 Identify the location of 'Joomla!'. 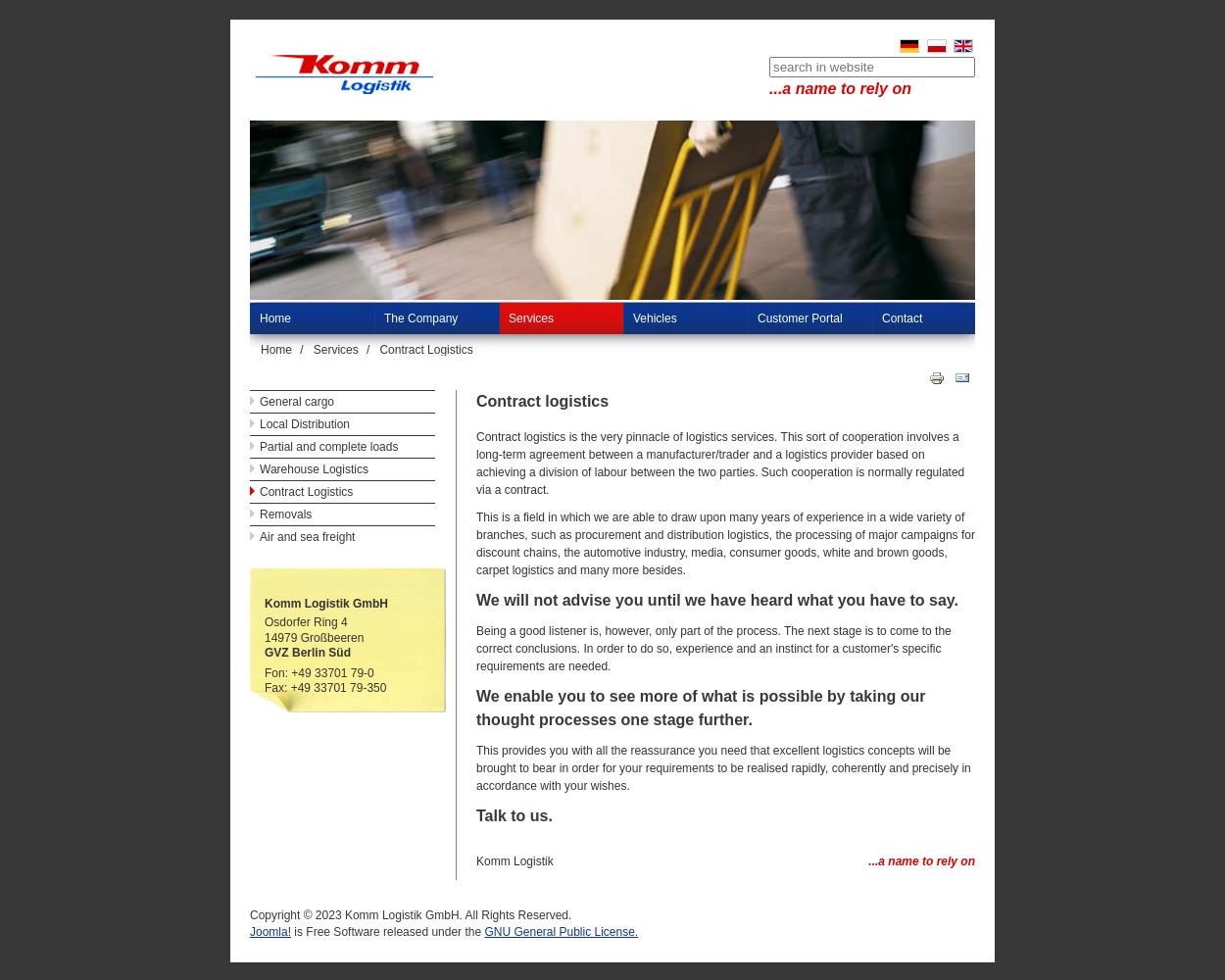
(270, 931).